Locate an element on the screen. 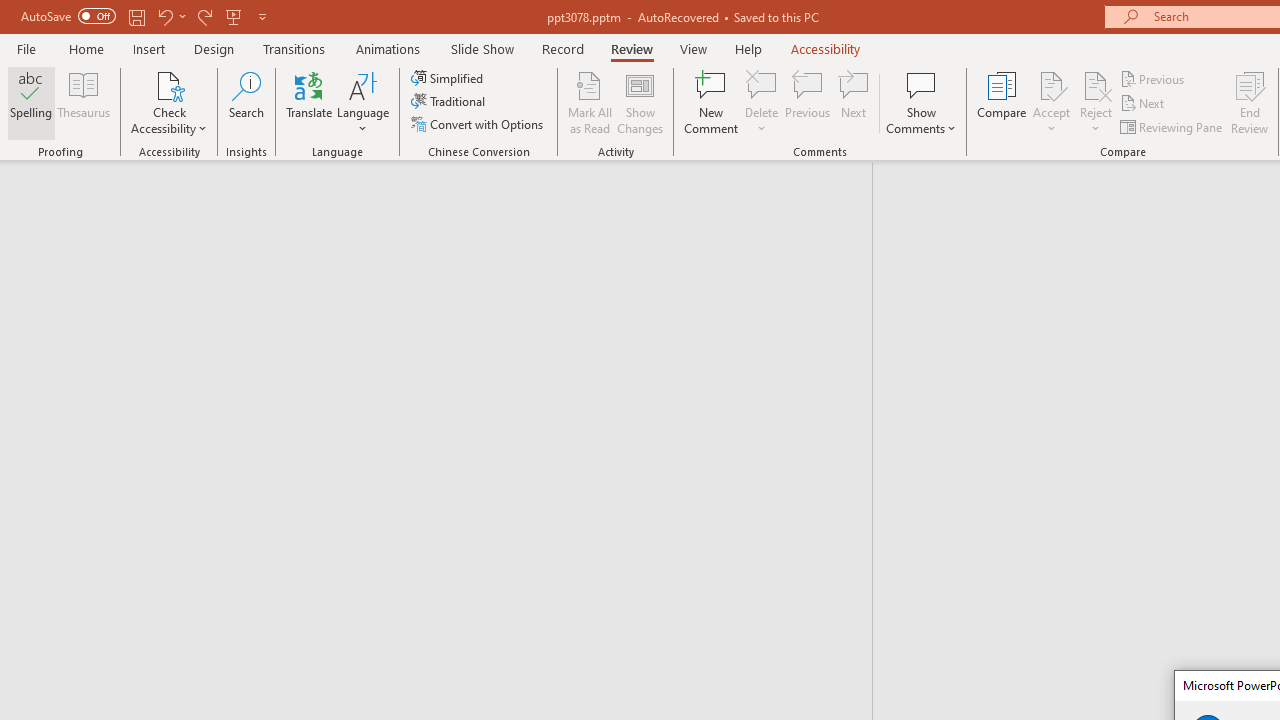 This screenshot has height=720, width=1280. 'Convert with Options...' is located at coordinates (478, 124).